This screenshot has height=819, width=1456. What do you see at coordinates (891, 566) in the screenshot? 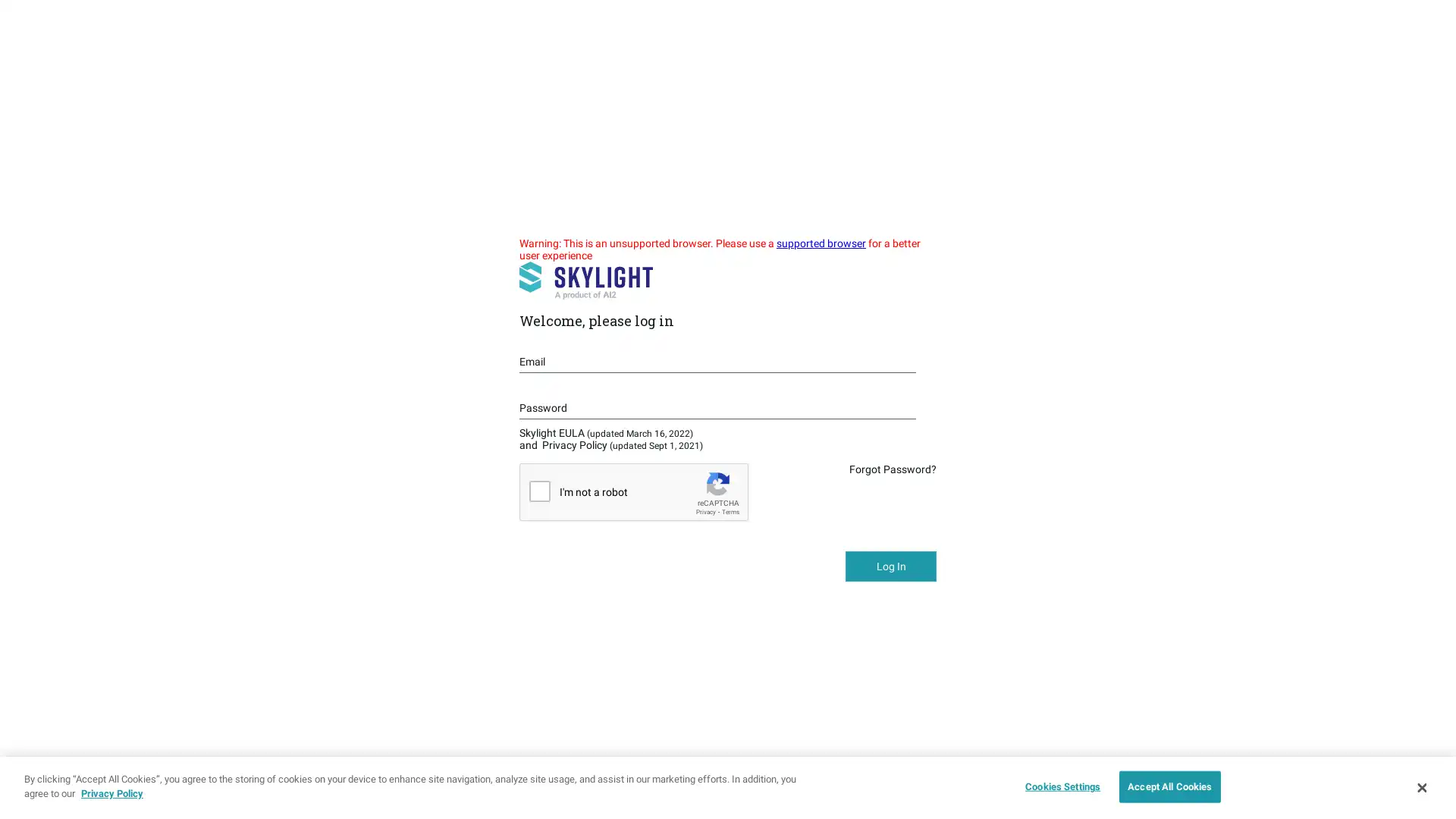
I see `Log In` at bounding box center [891, 566].